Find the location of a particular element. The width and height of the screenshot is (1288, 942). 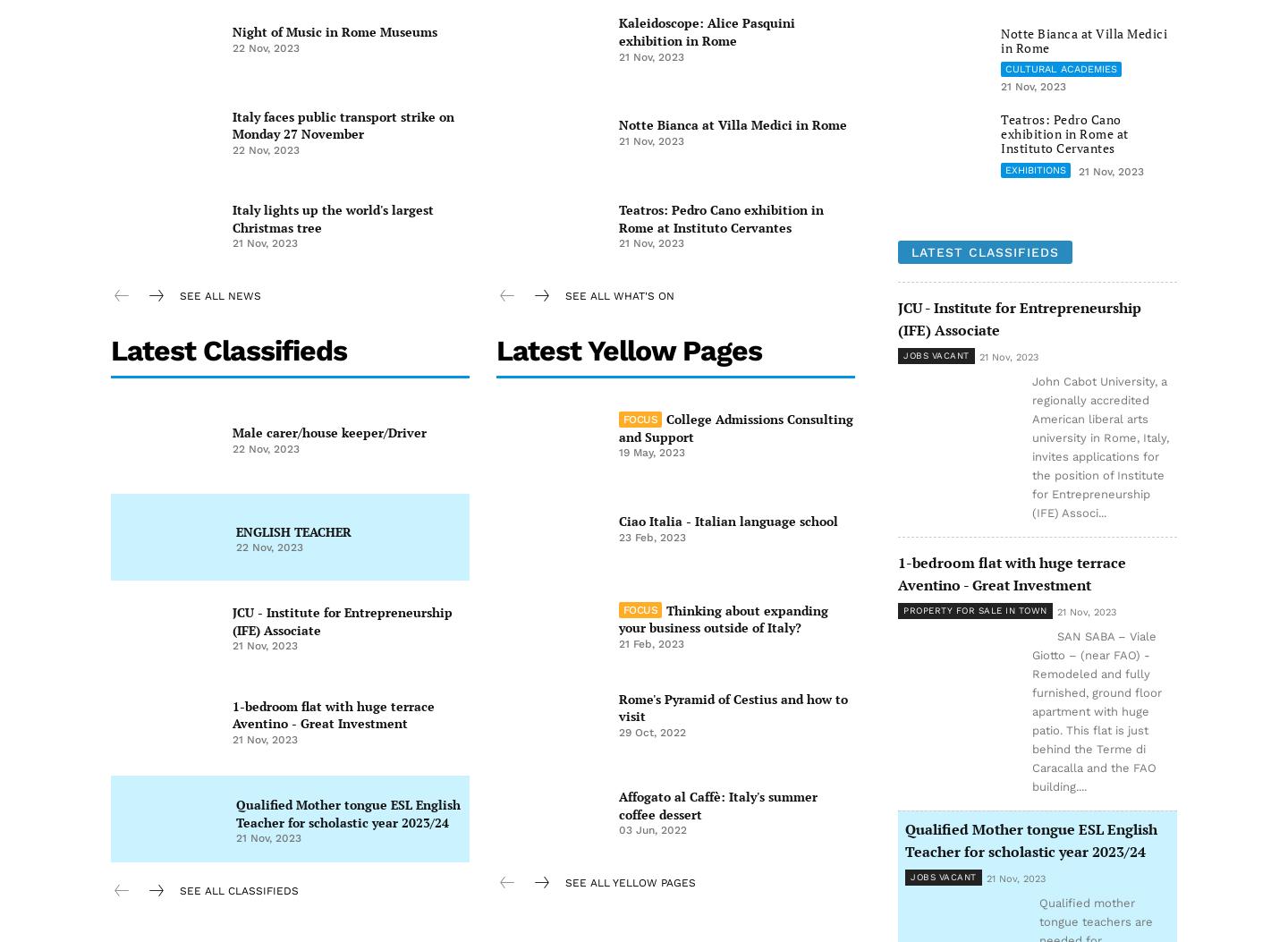

'Italy faces public transport strike on Monday 27 November' is located at coordinates (343, 124).